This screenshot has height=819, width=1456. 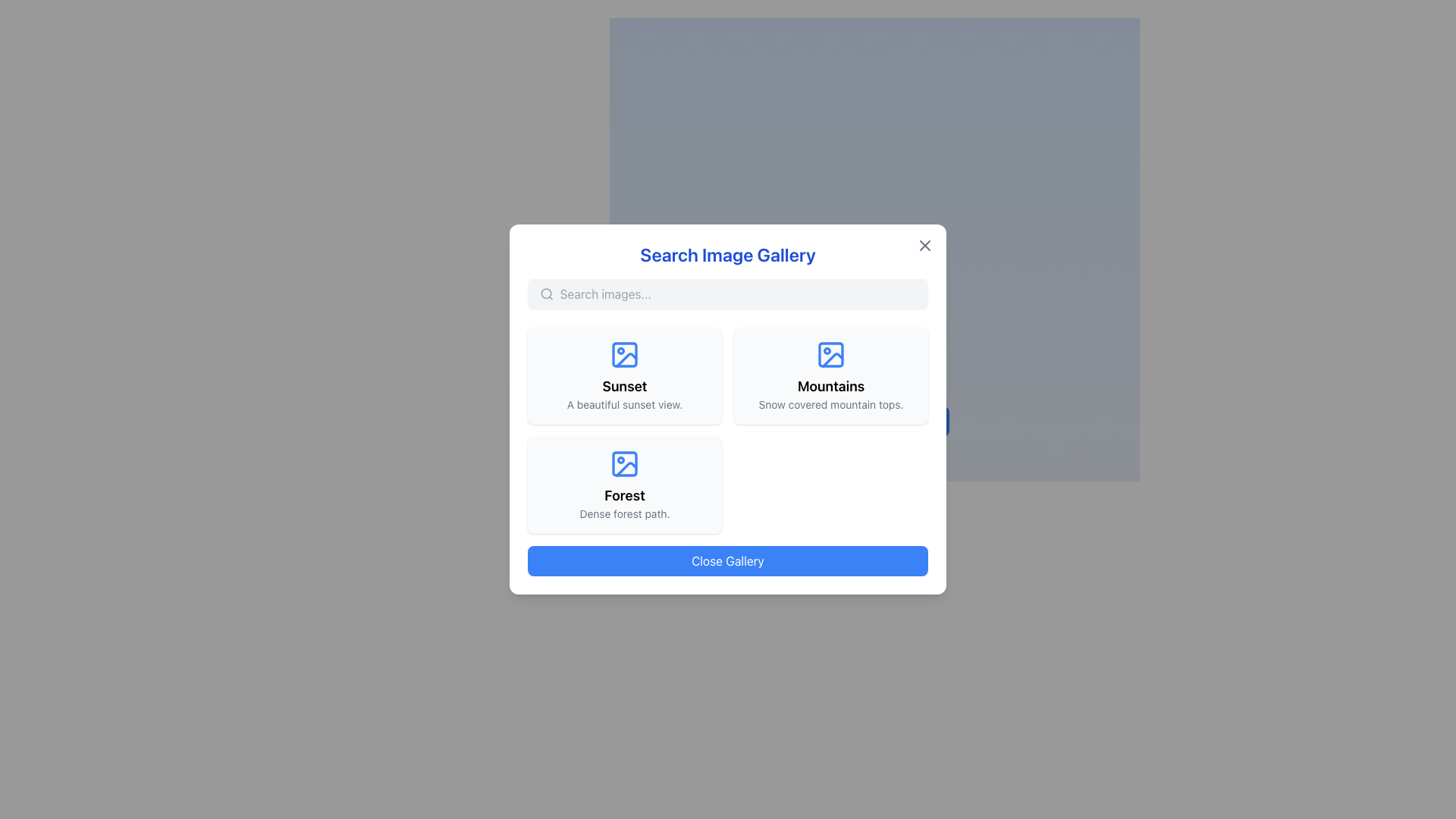 What do you see at coordinates (625, 354) in the screenshot?
I see `the decorative shape within the icon that represents the 'Sunset' label, located in the top-left corner of the 'Search Image Gallery' modal` at bounding box center [625, 354].